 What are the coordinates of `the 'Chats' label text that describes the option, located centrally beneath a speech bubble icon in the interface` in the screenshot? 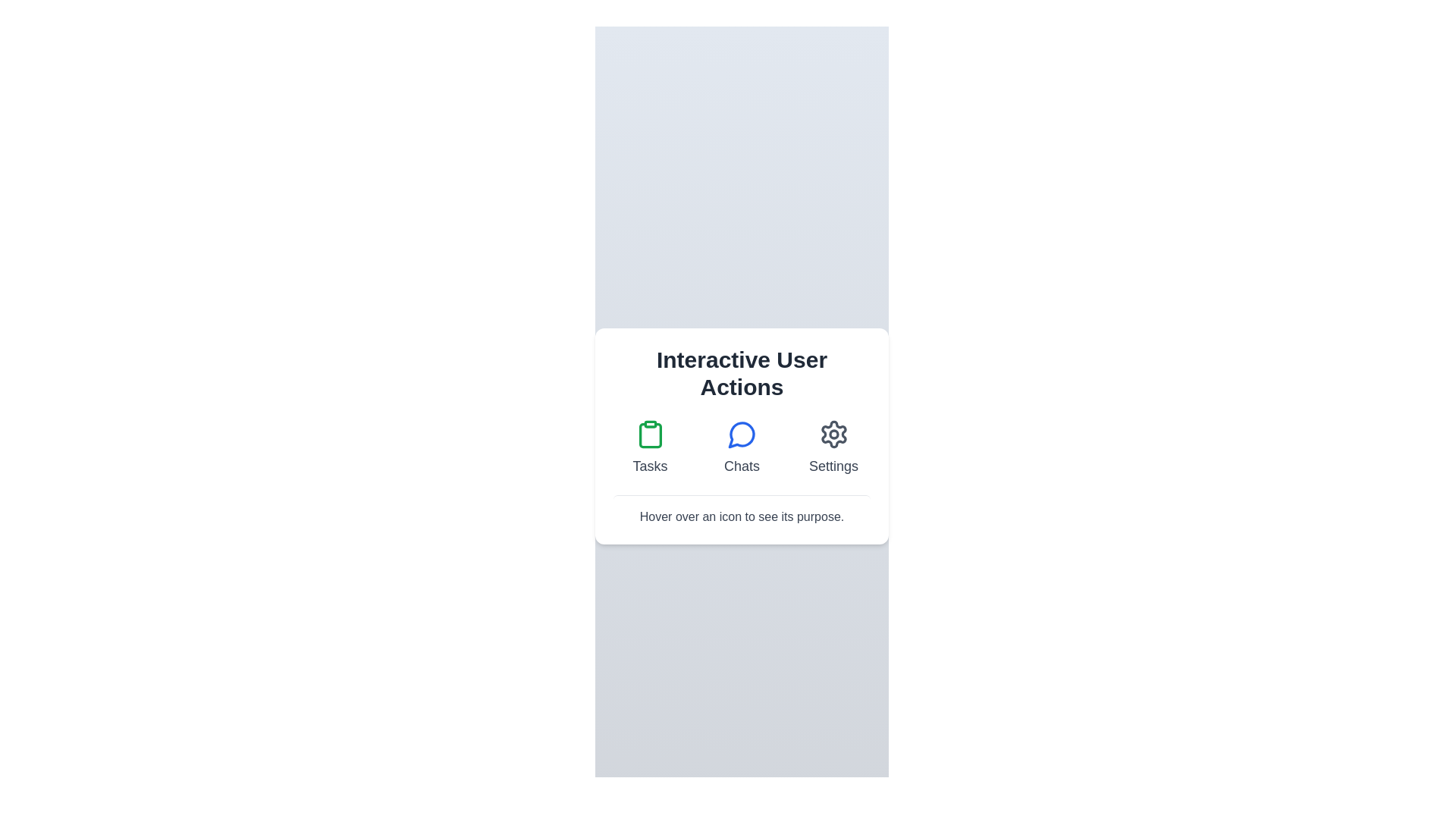 It's located at (742, 465).